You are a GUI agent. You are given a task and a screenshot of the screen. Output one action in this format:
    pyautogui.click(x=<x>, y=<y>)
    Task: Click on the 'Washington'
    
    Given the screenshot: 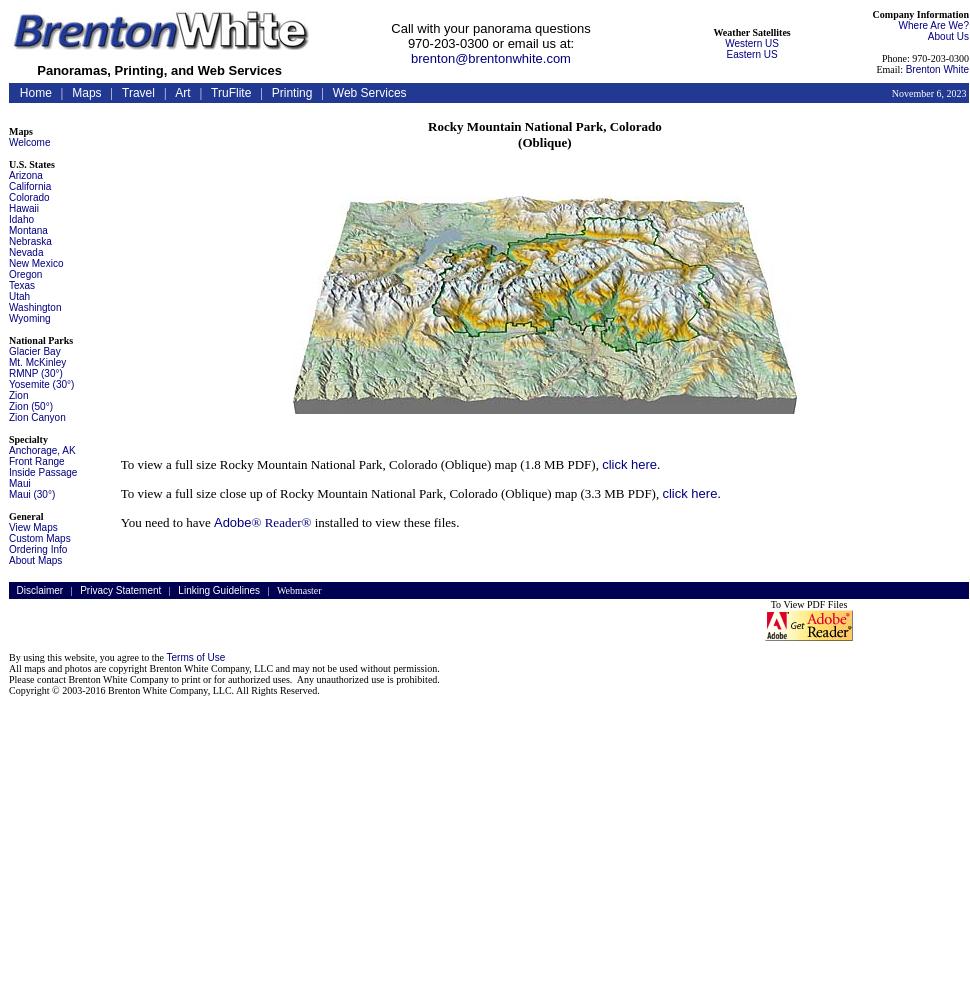 What is the action you would take?
    pyautogui.click(x=35, y=307)
    